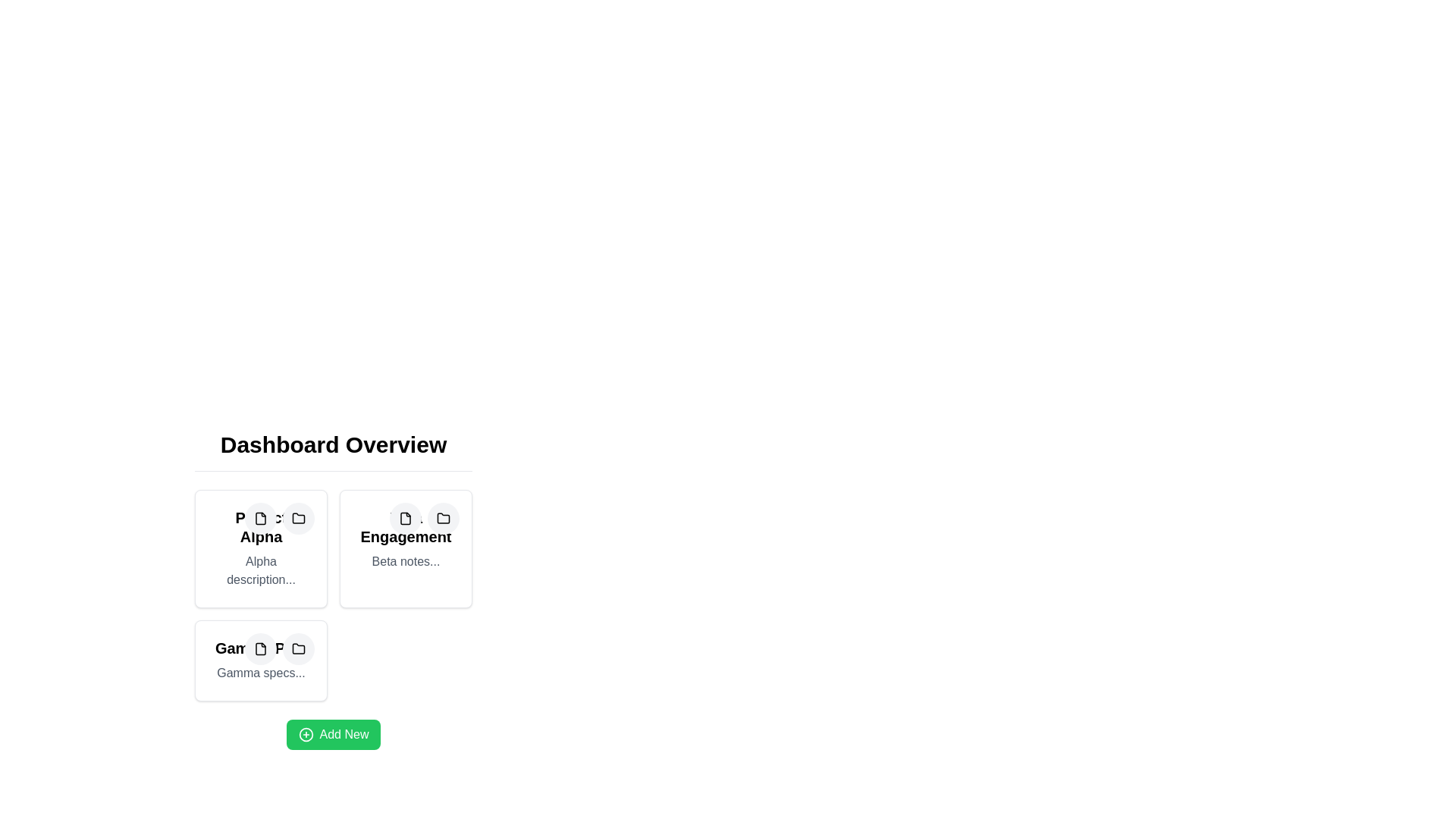 The image size is (1456, 819). I want to click on the circular button with a light gray background and a black file icon located in the top-right corner of the 'Alpha' card in the 'Dashboard Overview' area, so click(261, 517).